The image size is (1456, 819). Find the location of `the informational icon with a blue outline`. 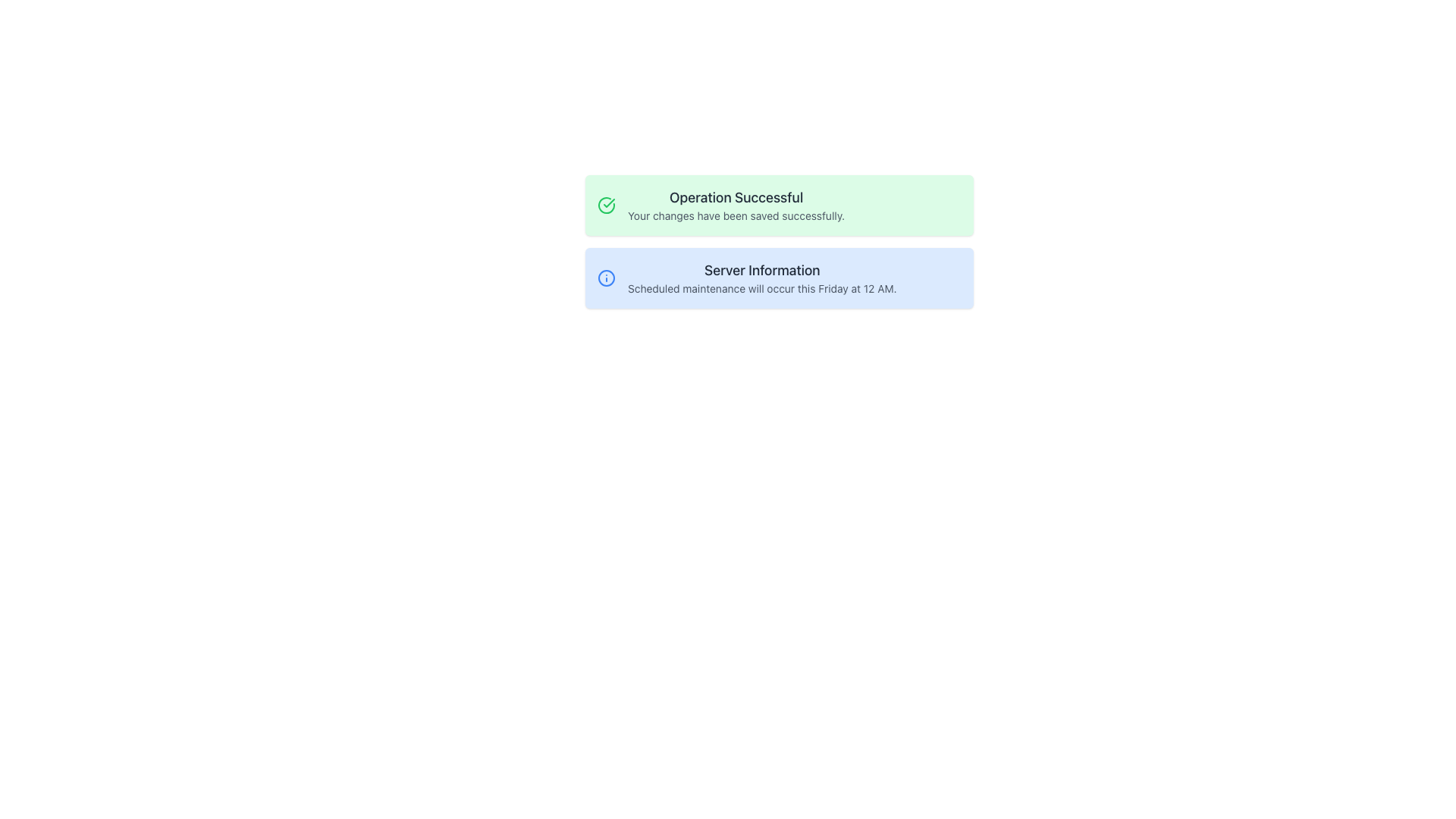

the informational icon with a blue outline is located at coordinates (607, 278).